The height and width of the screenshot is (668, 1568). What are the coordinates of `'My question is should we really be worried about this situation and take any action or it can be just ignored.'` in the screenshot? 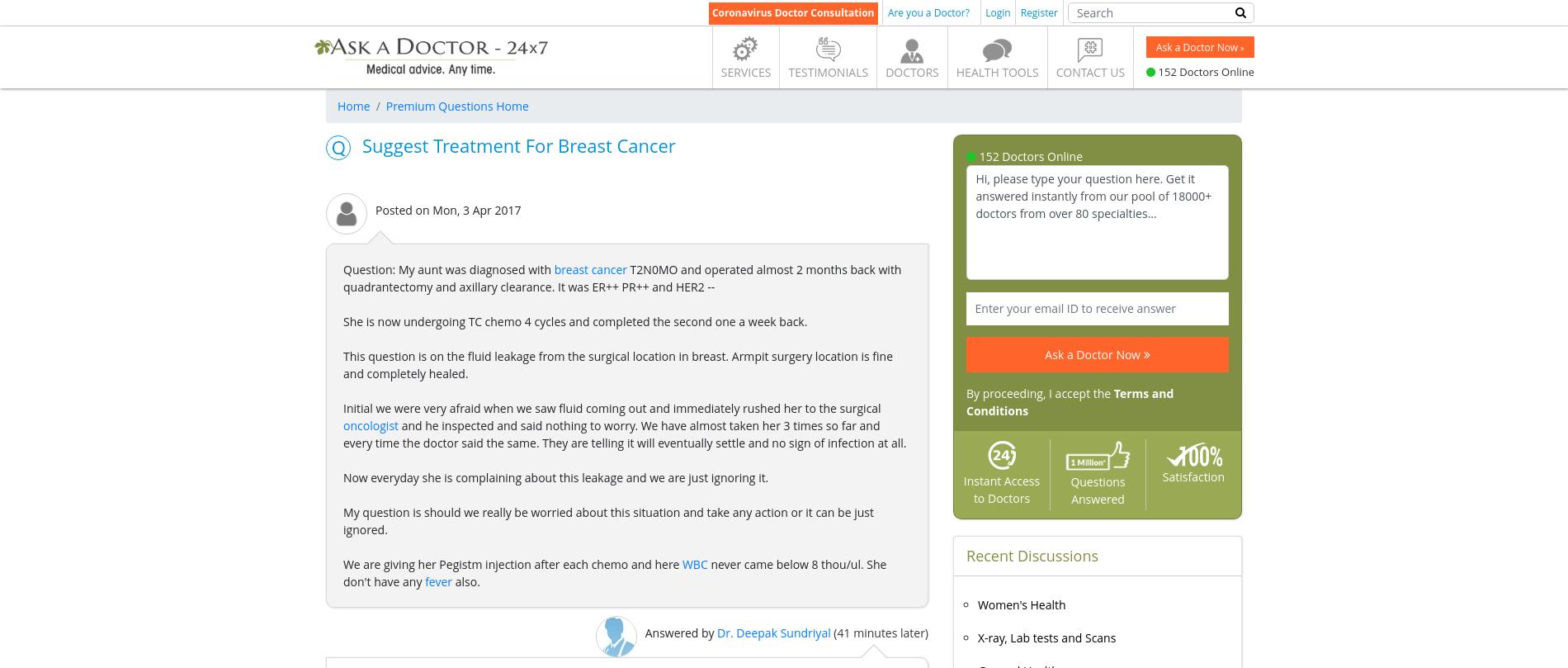 It's located at (607, 521).